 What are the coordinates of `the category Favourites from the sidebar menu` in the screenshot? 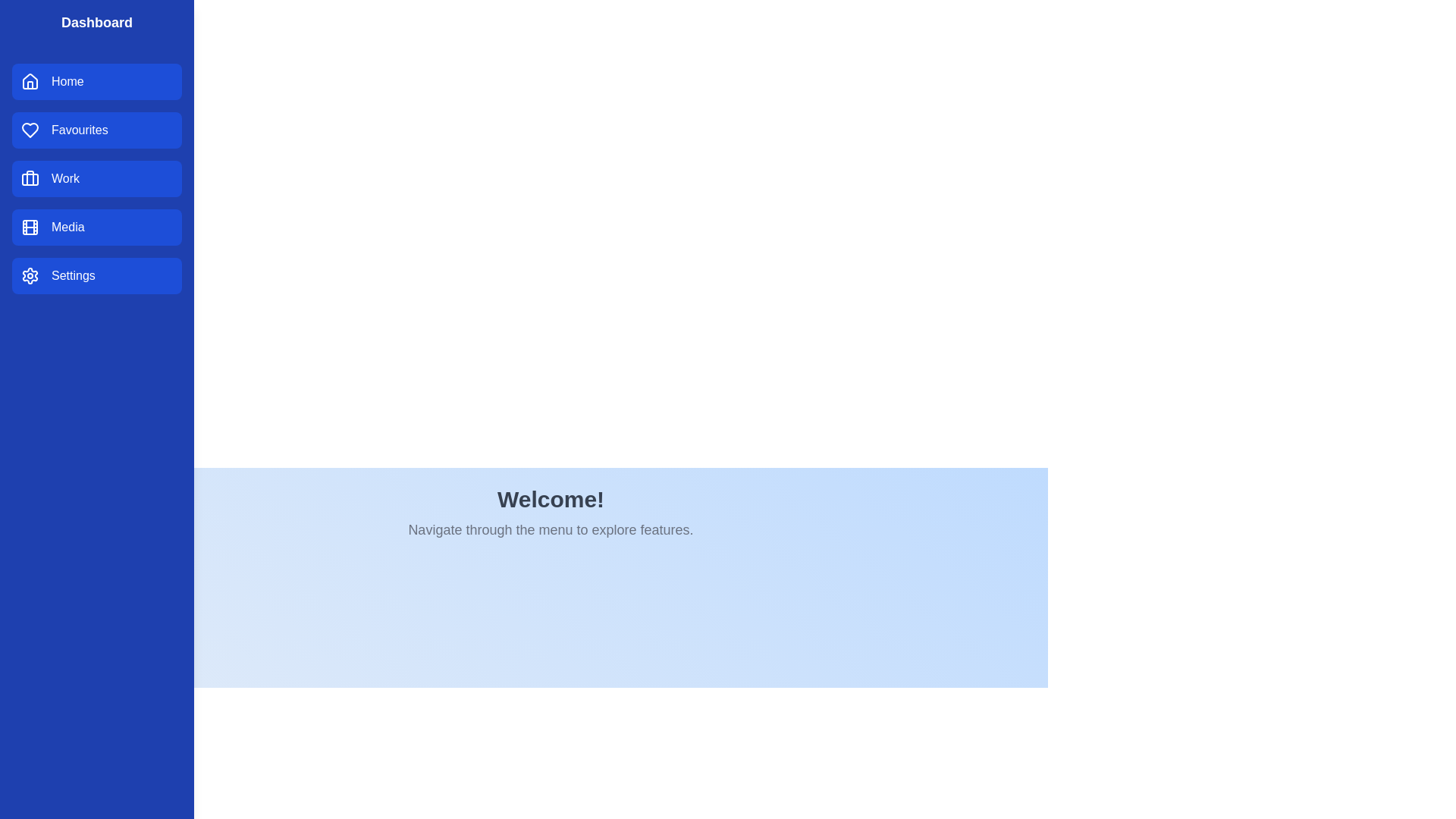 It's located at (96, 130).